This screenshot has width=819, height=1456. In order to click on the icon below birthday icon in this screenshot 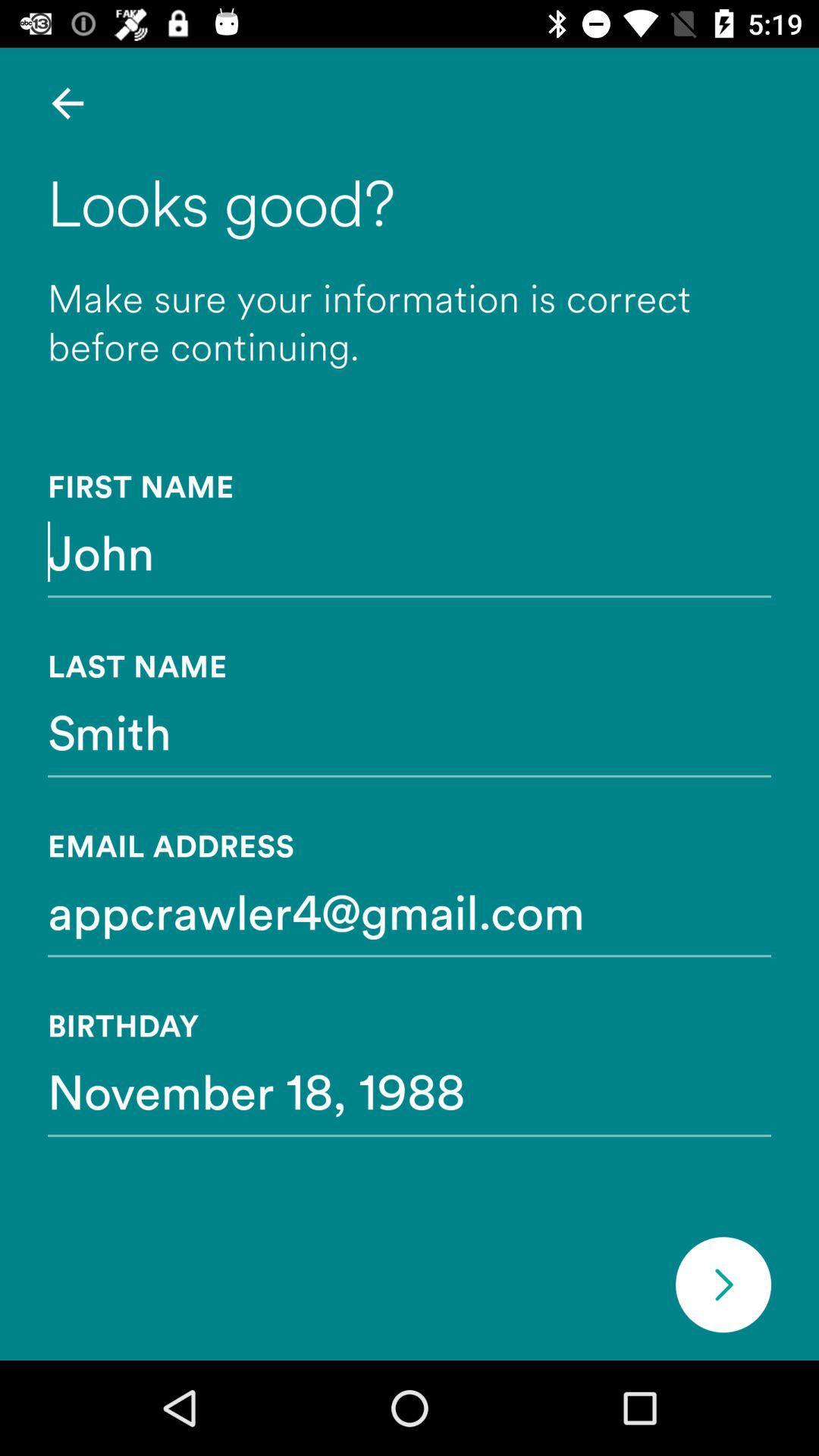, I will do `click(409, 1090)`.